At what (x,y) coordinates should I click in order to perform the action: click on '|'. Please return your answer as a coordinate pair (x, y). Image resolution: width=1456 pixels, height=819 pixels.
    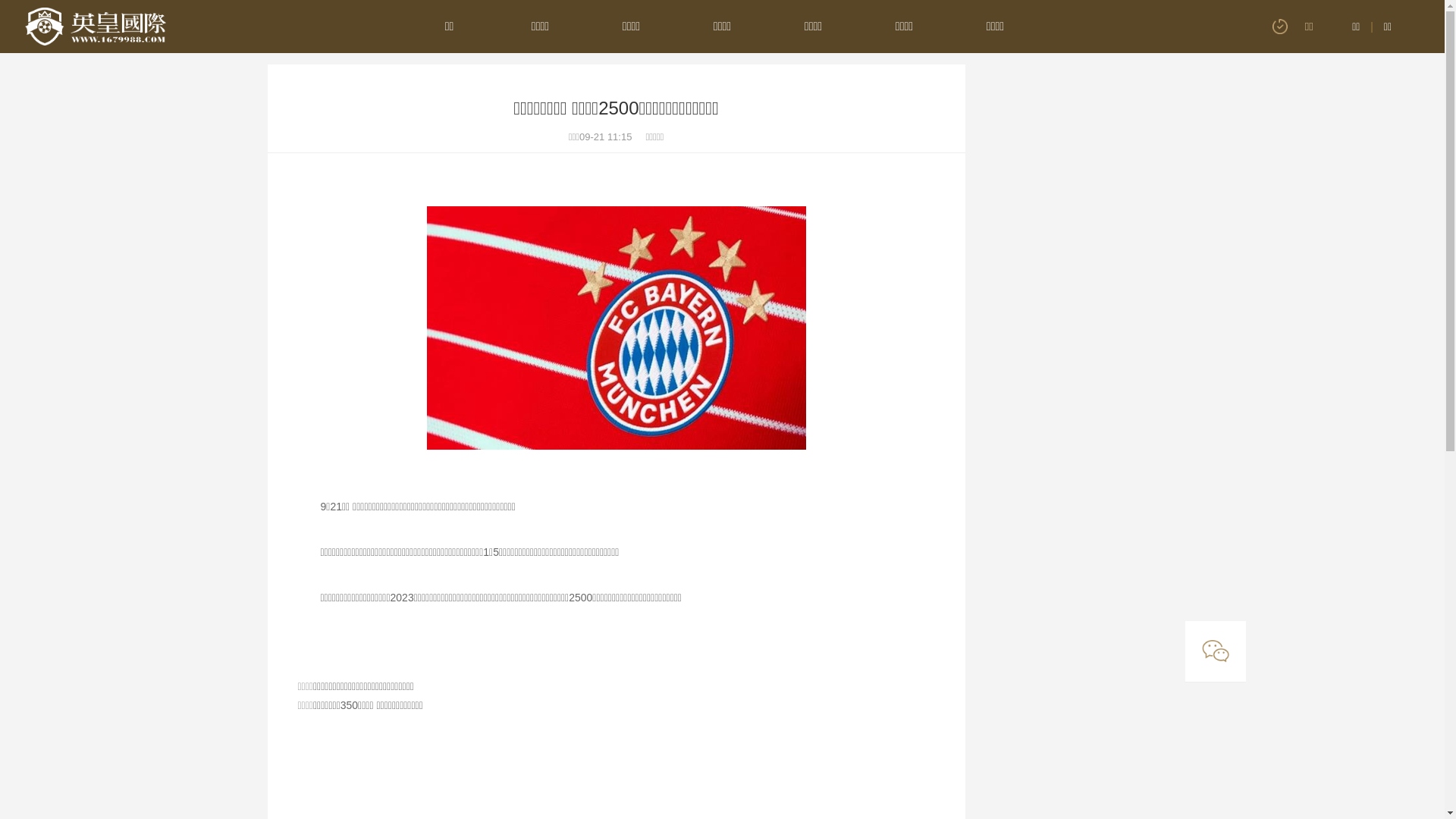
    Looking at the image, I should click on (1372, 26).